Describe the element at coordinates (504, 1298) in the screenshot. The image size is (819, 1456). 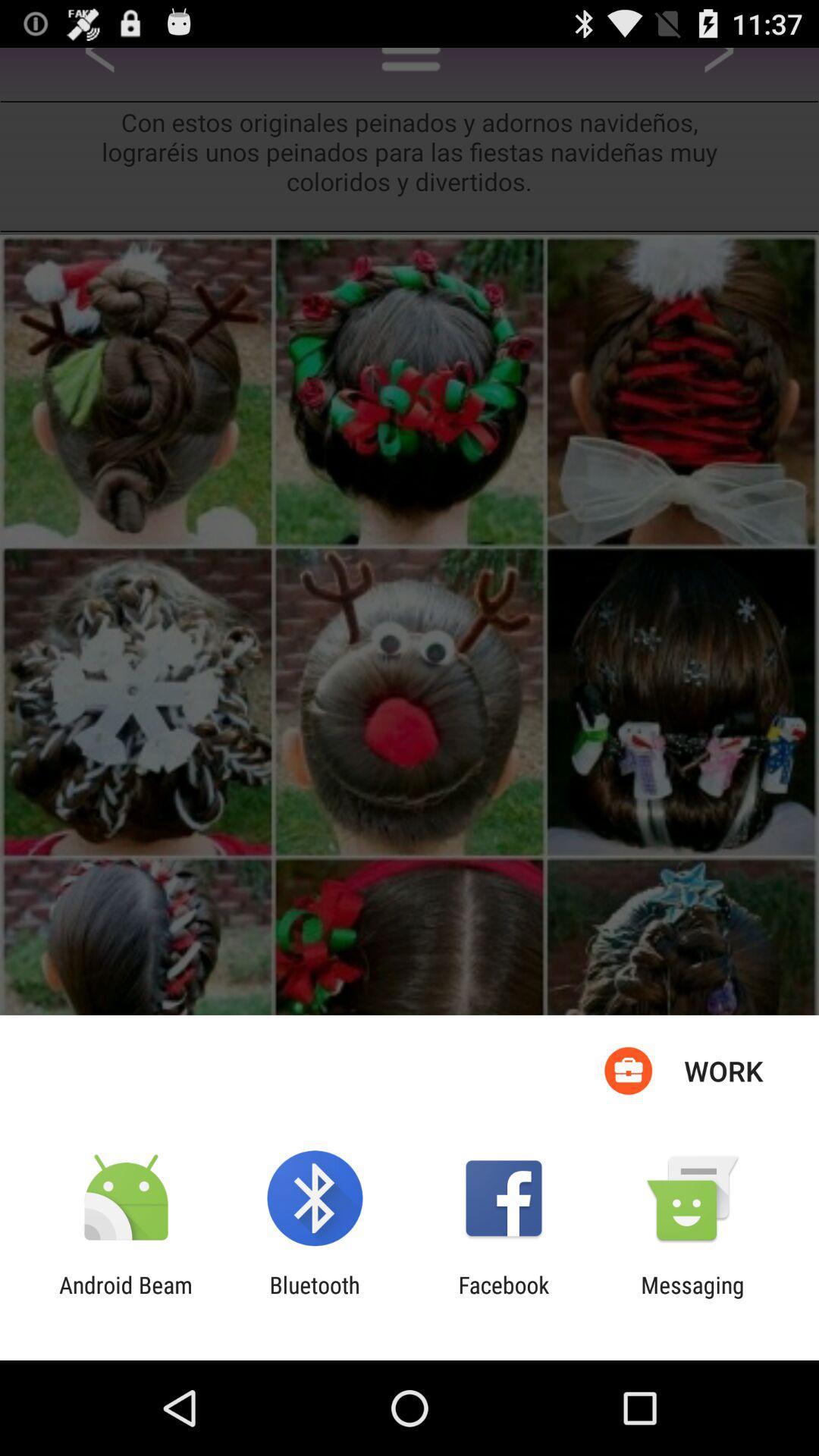
I see `item next to the bluetooth item` at that location.